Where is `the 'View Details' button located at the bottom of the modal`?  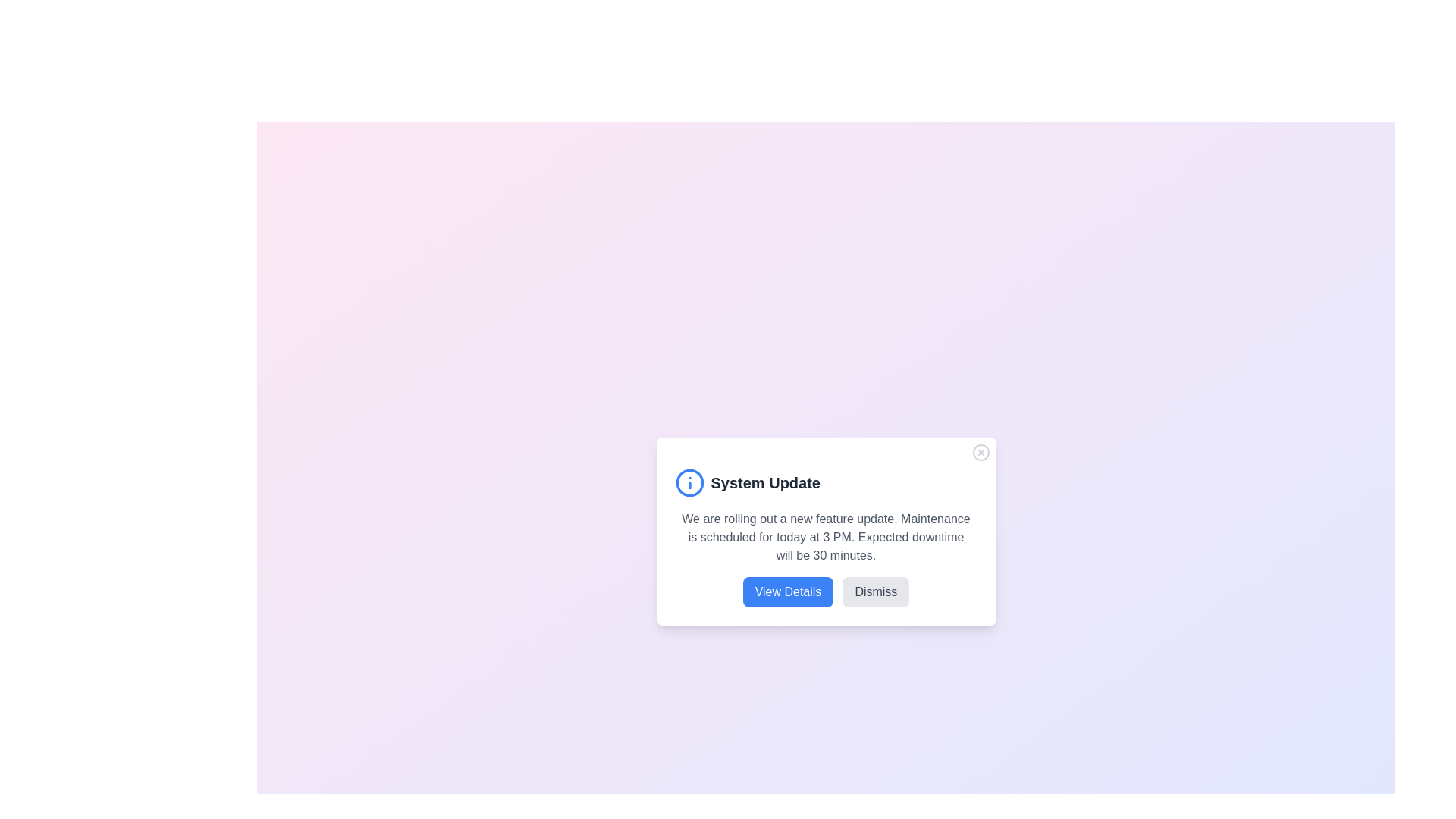
the 'View Details' button located at the bottom of the modal is located at coordinates (788, 591).